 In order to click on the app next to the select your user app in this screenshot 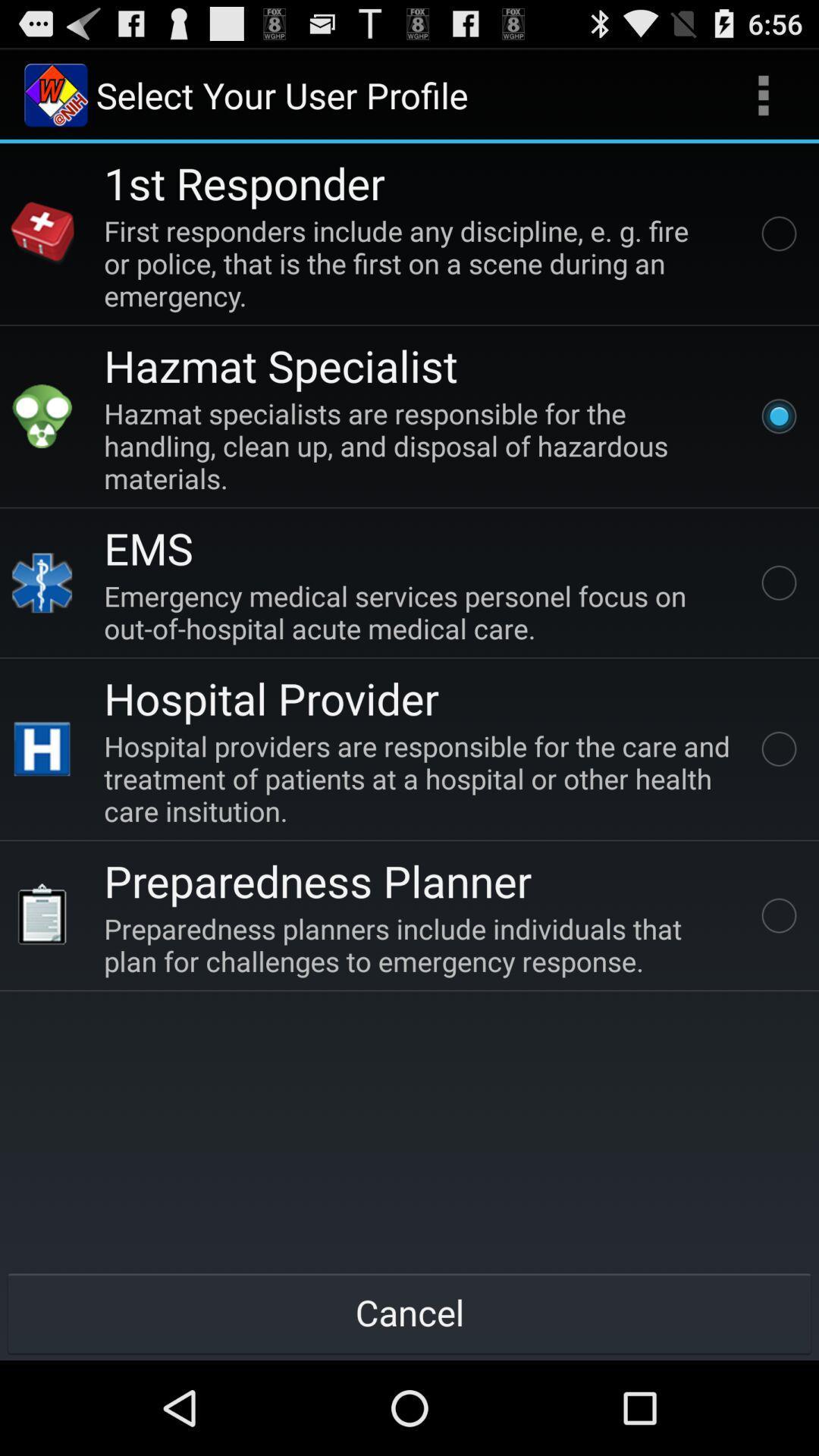, I will do `click(763, 94)`.